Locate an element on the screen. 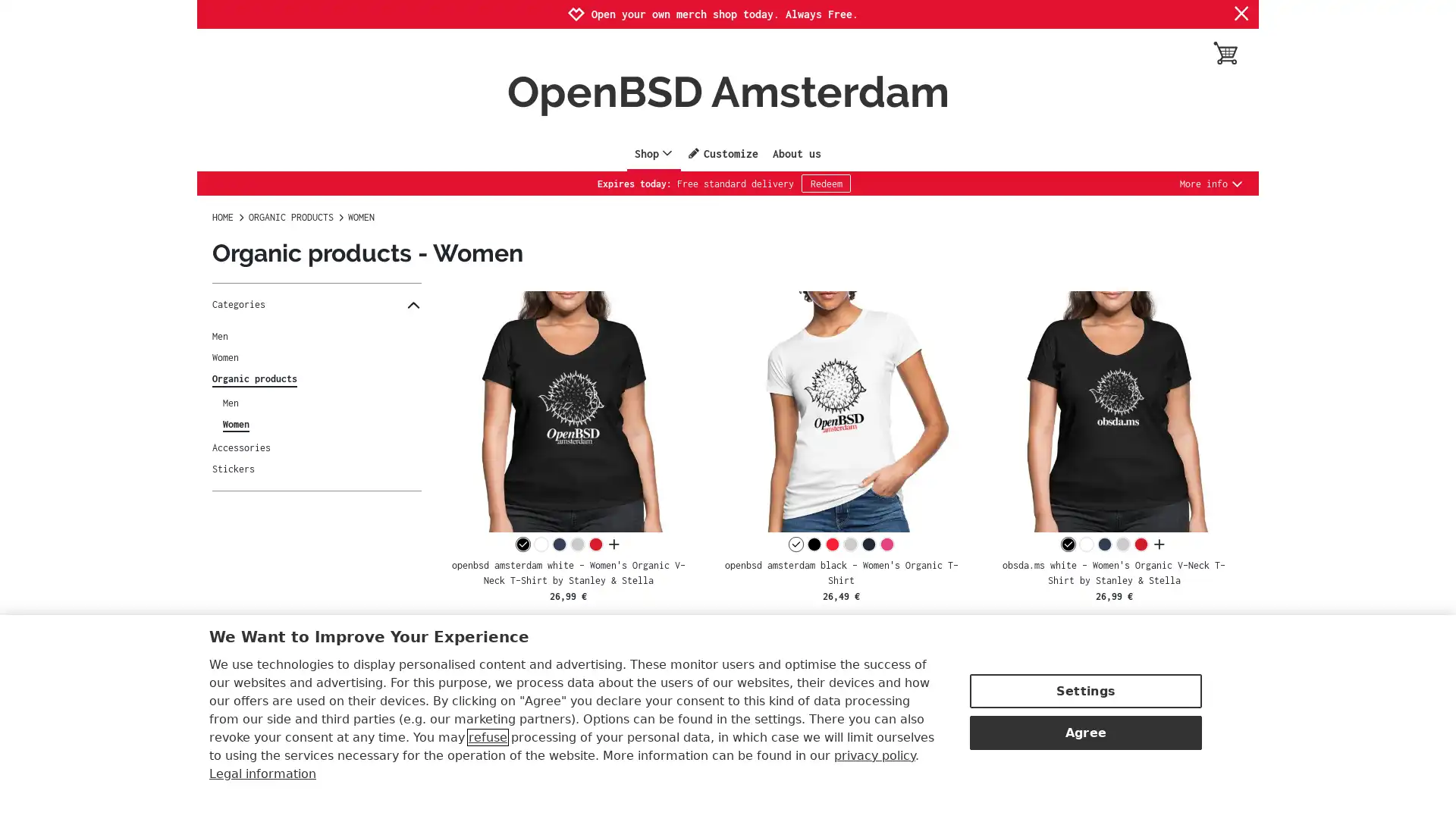 The width and height of the screenshot is (1456, 819). More info is located at coordinates (1211, 183).